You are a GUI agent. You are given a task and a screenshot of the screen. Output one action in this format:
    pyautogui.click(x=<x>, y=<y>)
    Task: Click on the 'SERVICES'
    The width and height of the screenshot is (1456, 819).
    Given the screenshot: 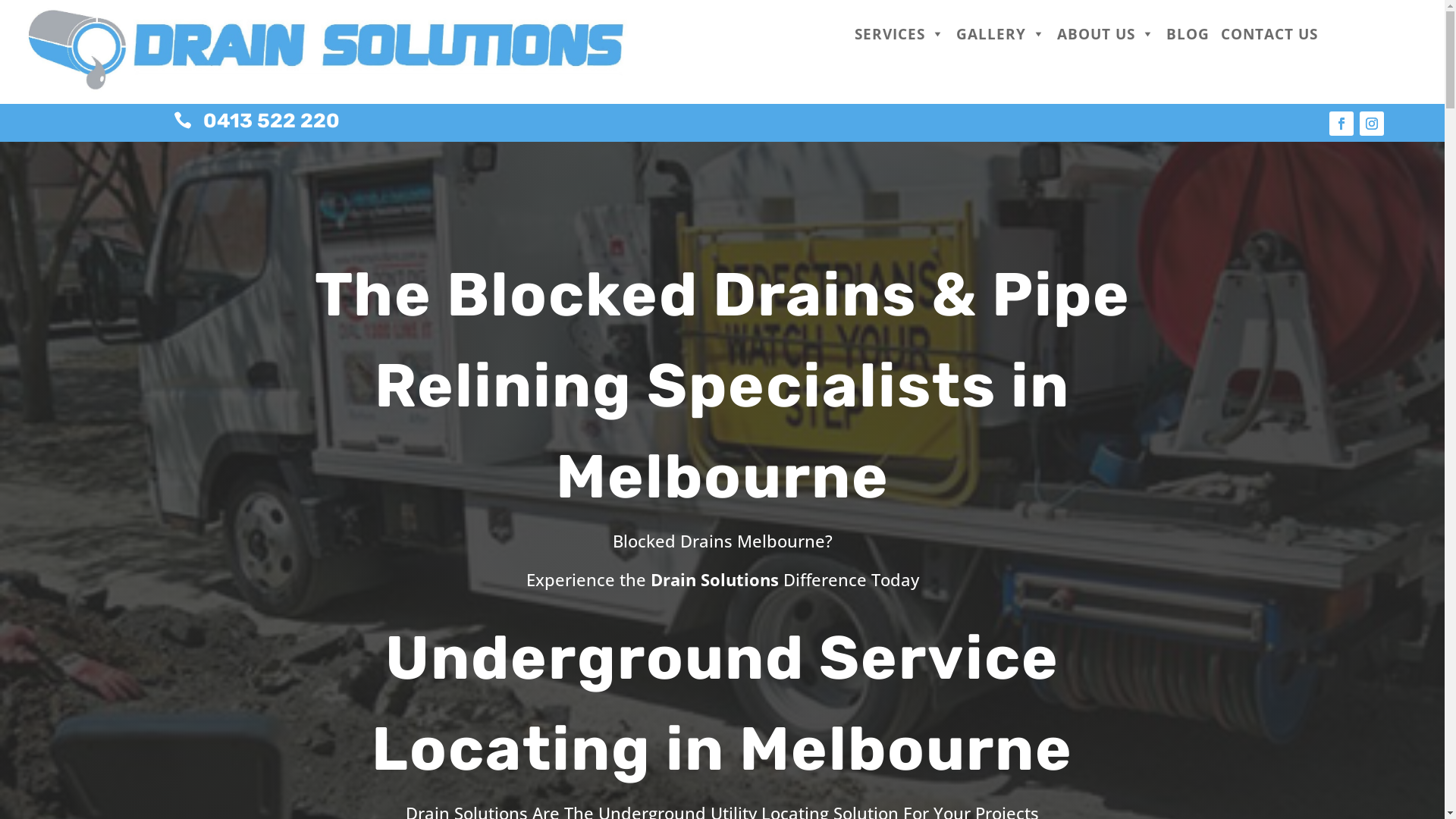 What is the action you would take?
    pyautogui.click(x=899, y=34)
    